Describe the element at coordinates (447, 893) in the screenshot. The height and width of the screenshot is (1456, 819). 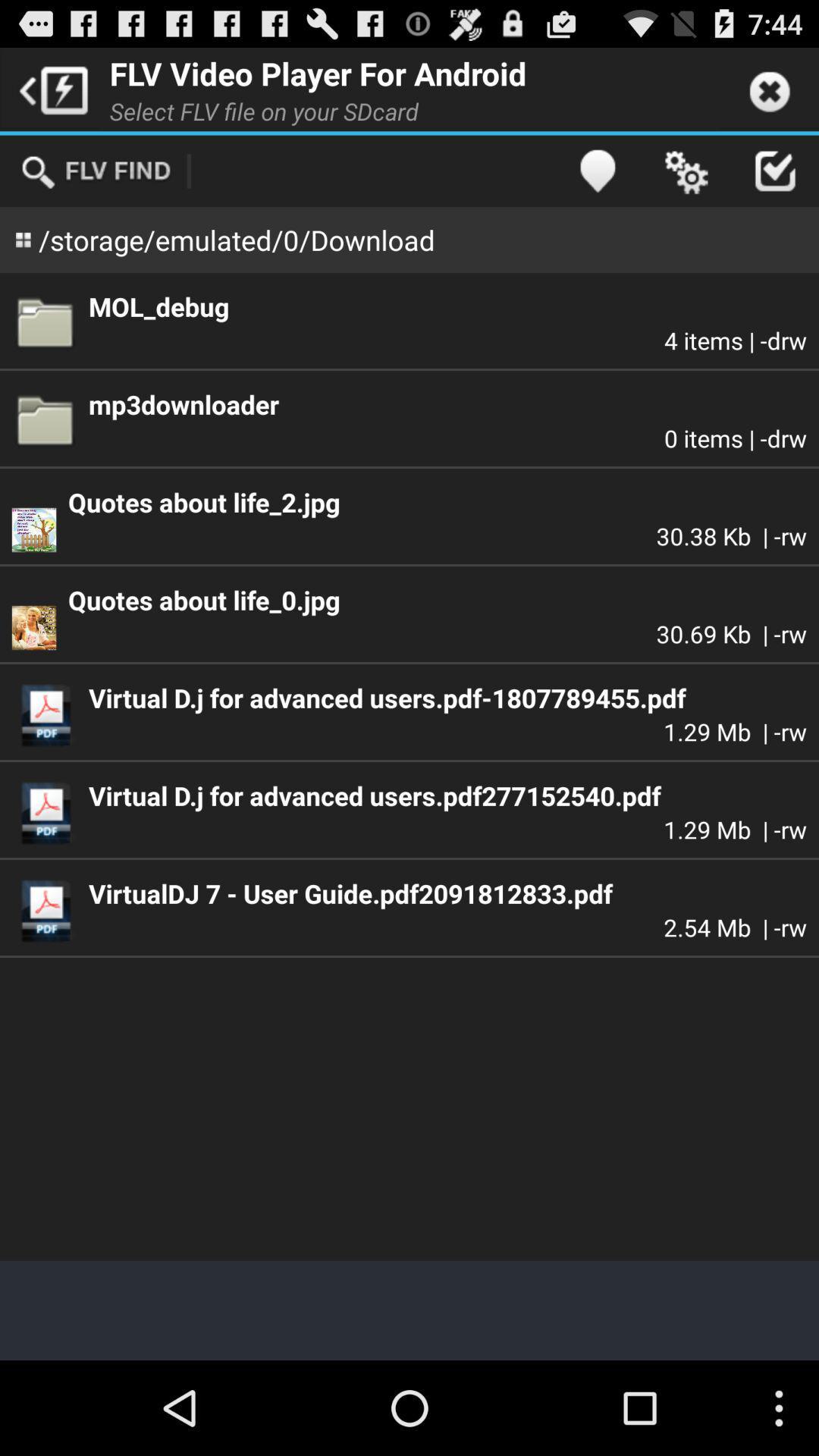
I see `the app above 2 54 mb app` at that location.